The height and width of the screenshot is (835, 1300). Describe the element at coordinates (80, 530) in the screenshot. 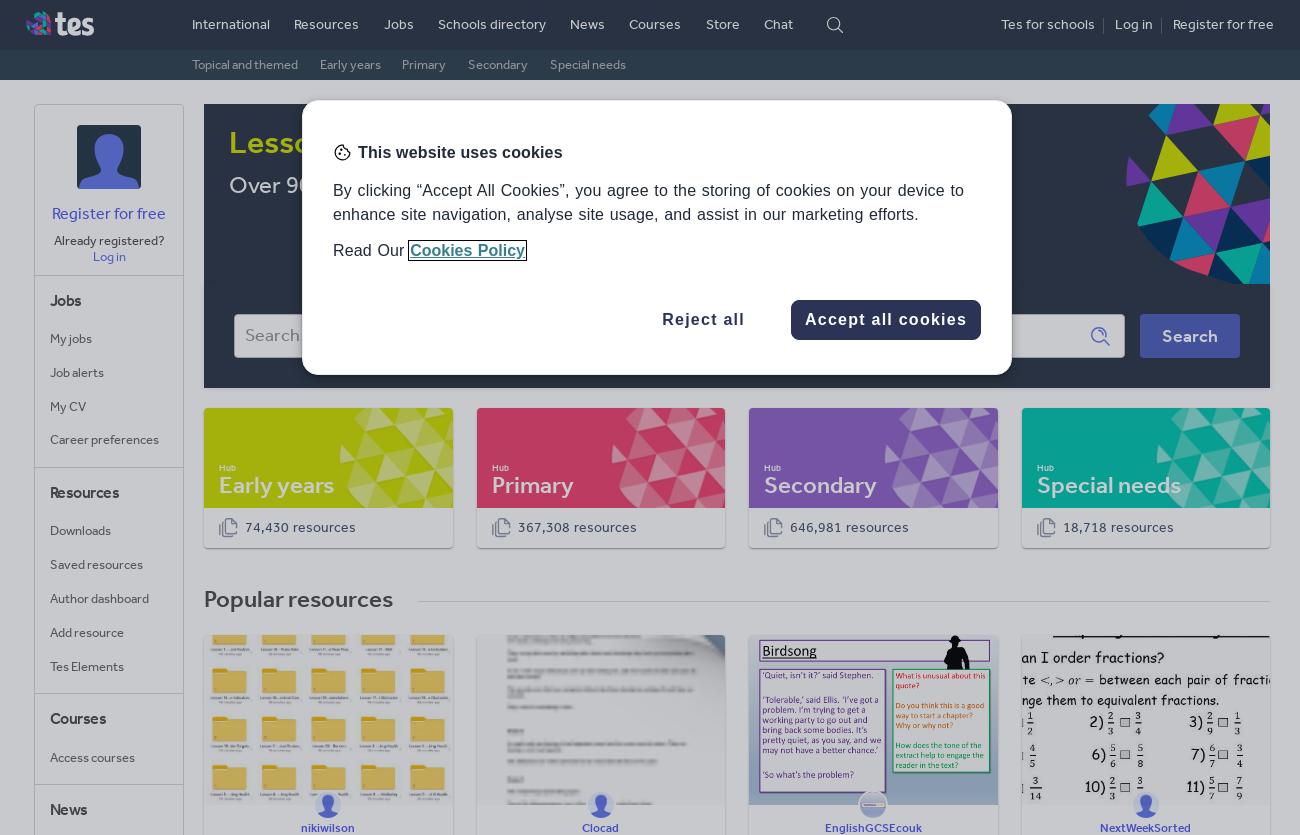

I see `'Downloads'` at that location.